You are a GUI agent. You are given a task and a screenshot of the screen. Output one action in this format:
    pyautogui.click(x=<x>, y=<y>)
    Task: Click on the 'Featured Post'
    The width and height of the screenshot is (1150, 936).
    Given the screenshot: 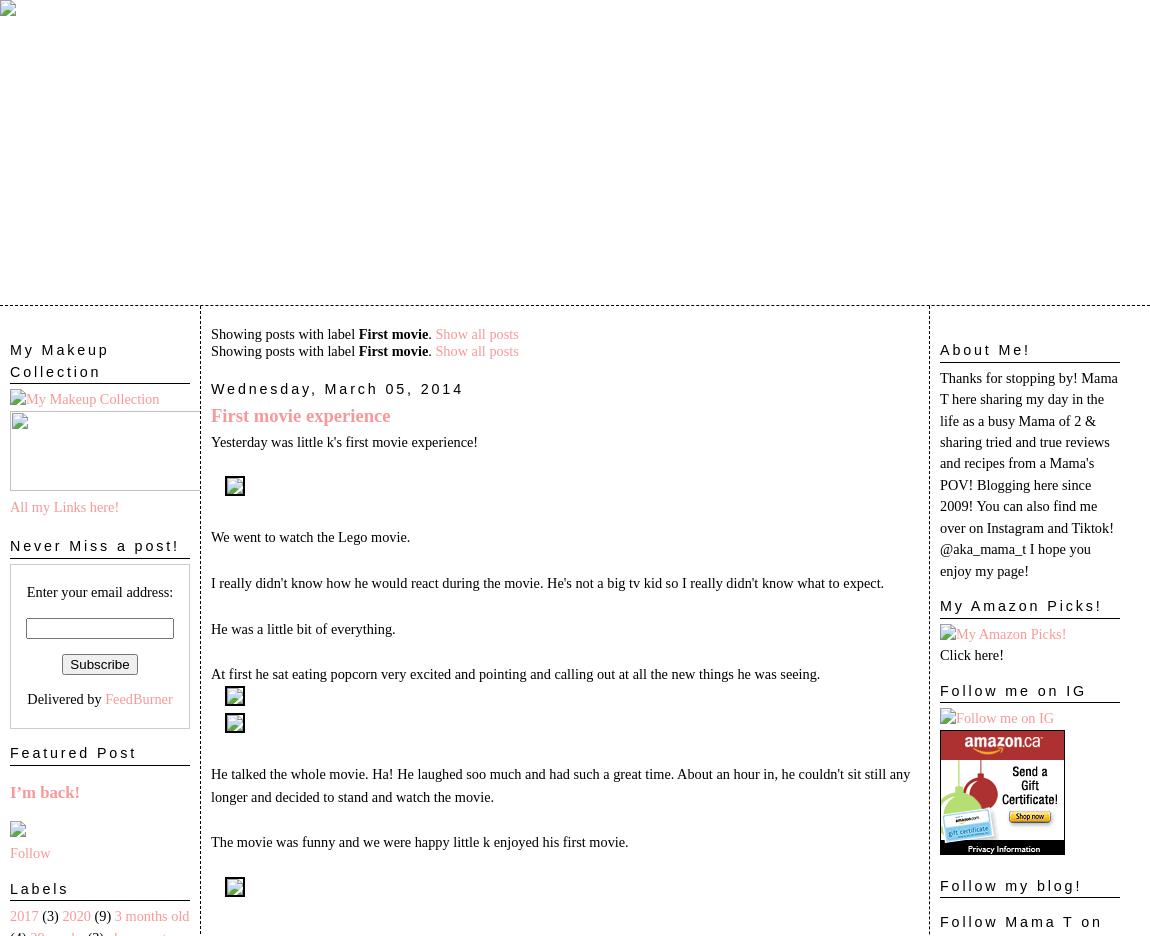 What is the action you would take?
    pyautogui.click(x=72, y=753)
    